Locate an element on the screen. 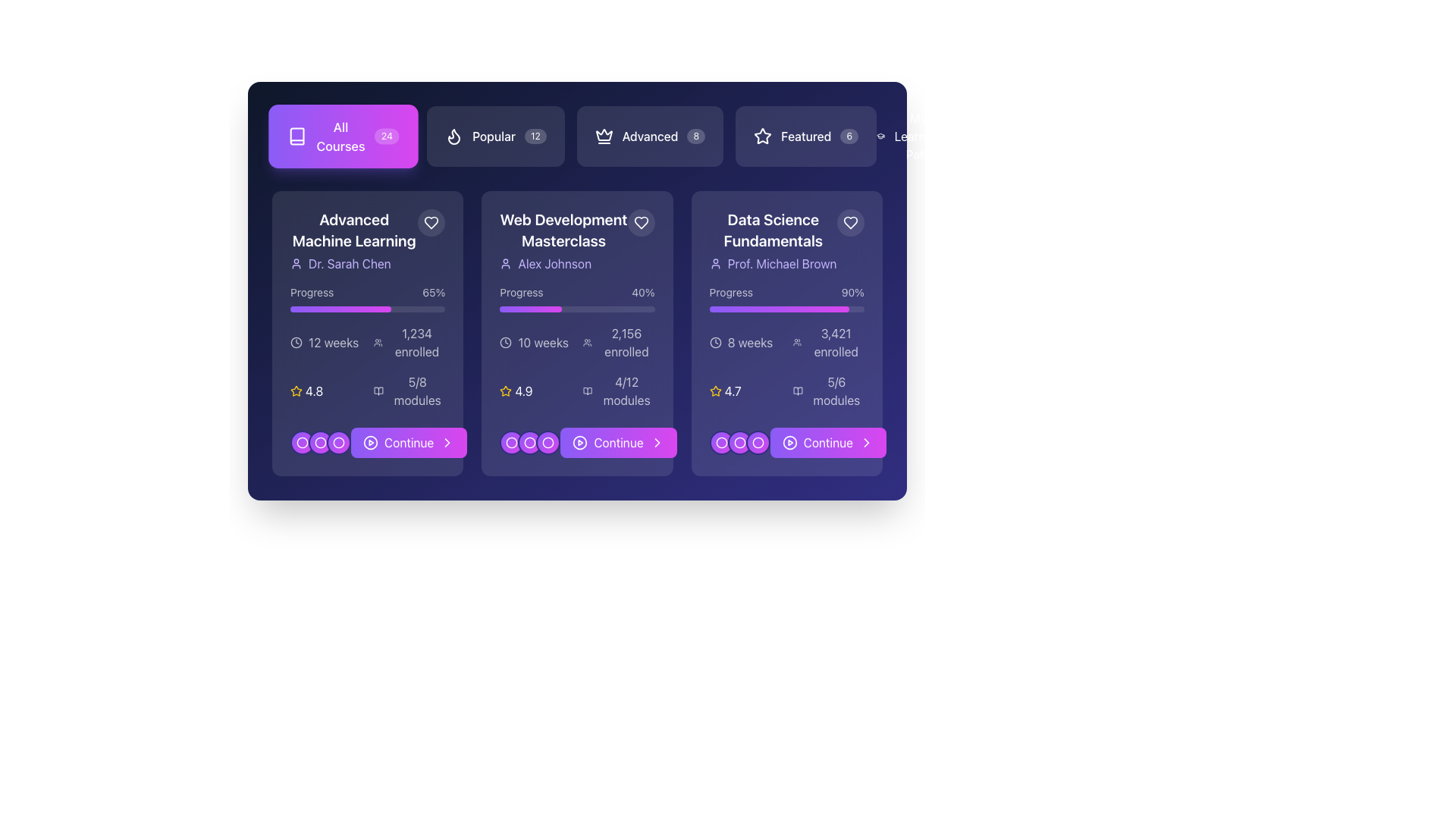  the course title label located at the top-left section of the first course card, which identifies the course and attributes it to the corresponding instructor is located at coordinates (368, 240).